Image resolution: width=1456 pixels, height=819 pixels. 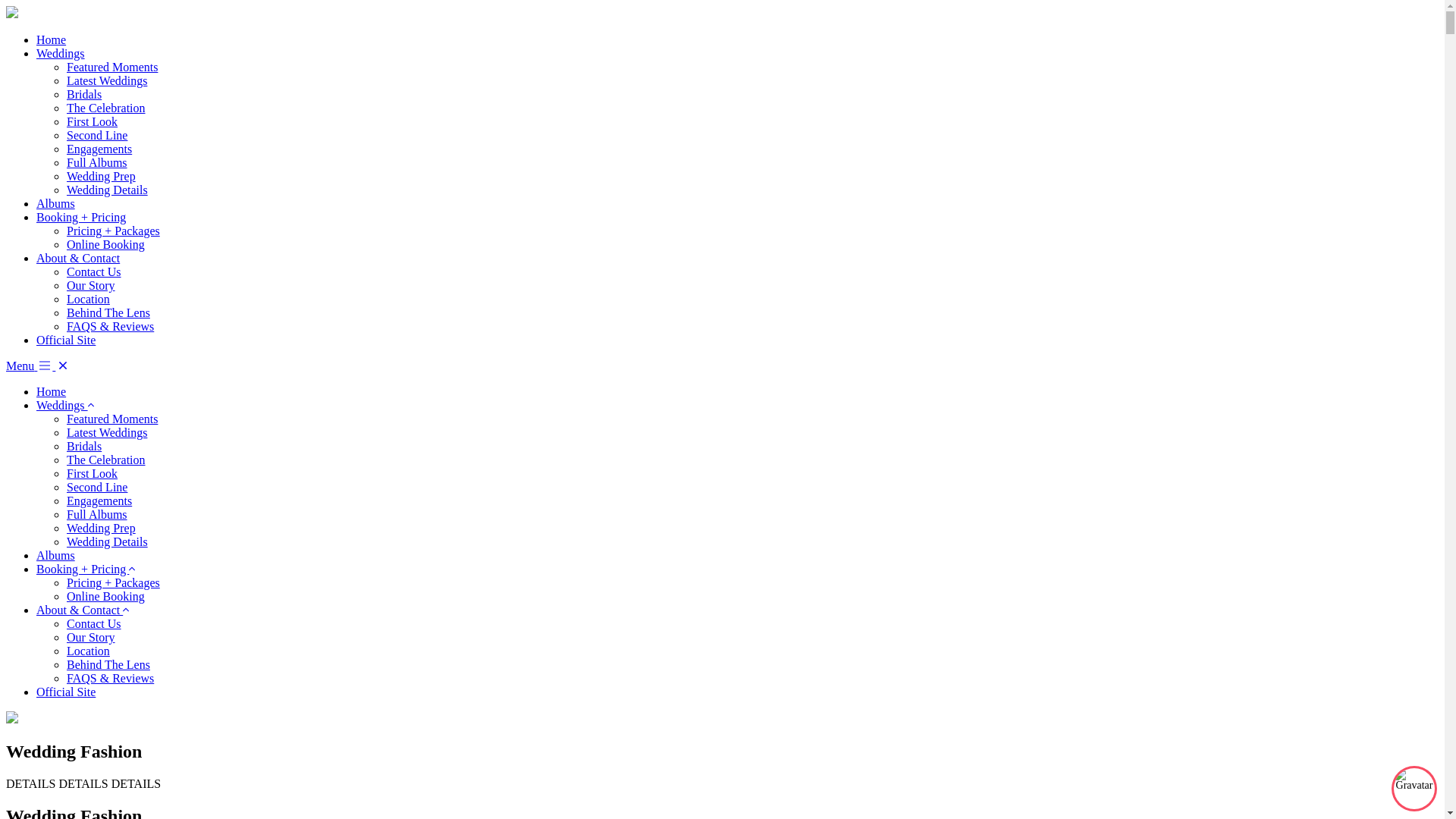 I want to click on 'Pricing + Packages', so click(x=112, y=582).